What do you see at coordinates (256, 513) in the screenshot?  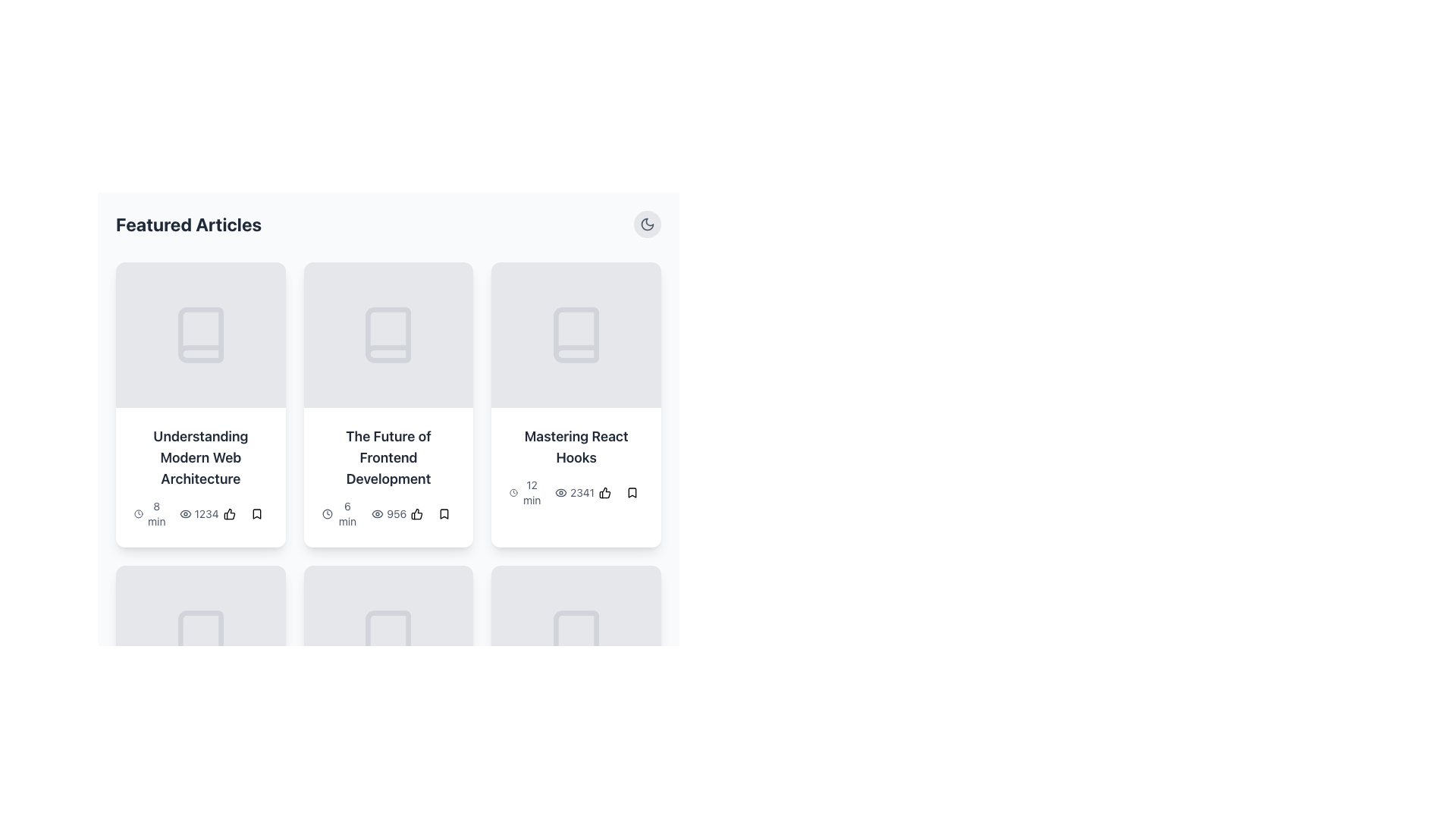 I see `the bookmark icon located in the bottom-right corner of the 'Understanding Modern Web Architecture' card, which has a triangular notched bottom and is styled in a monochromatic theme` at bounding box center [256, 513].